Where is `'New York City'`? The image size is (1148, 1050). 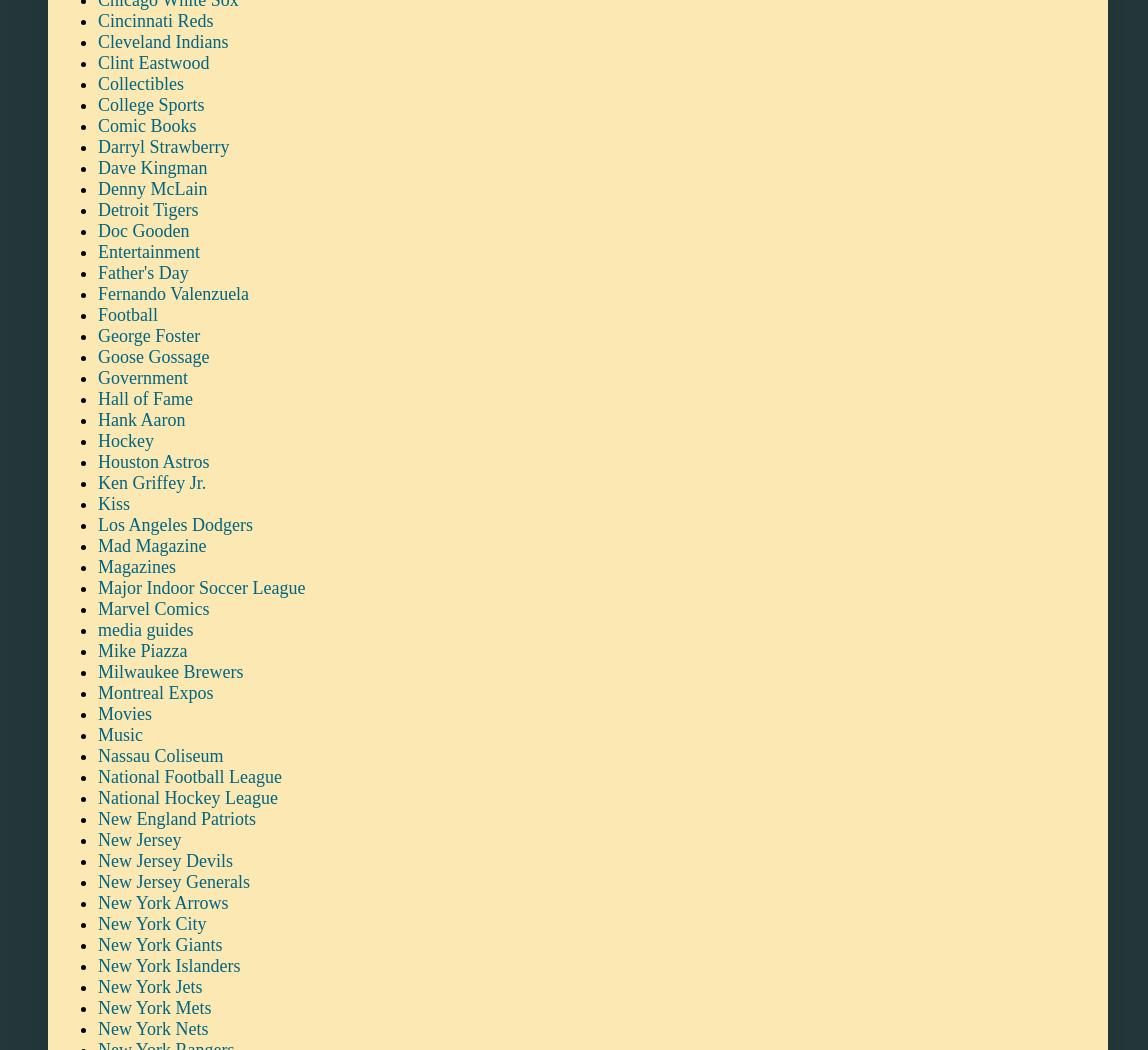
'New York City' is located at coordinates (151, 922).